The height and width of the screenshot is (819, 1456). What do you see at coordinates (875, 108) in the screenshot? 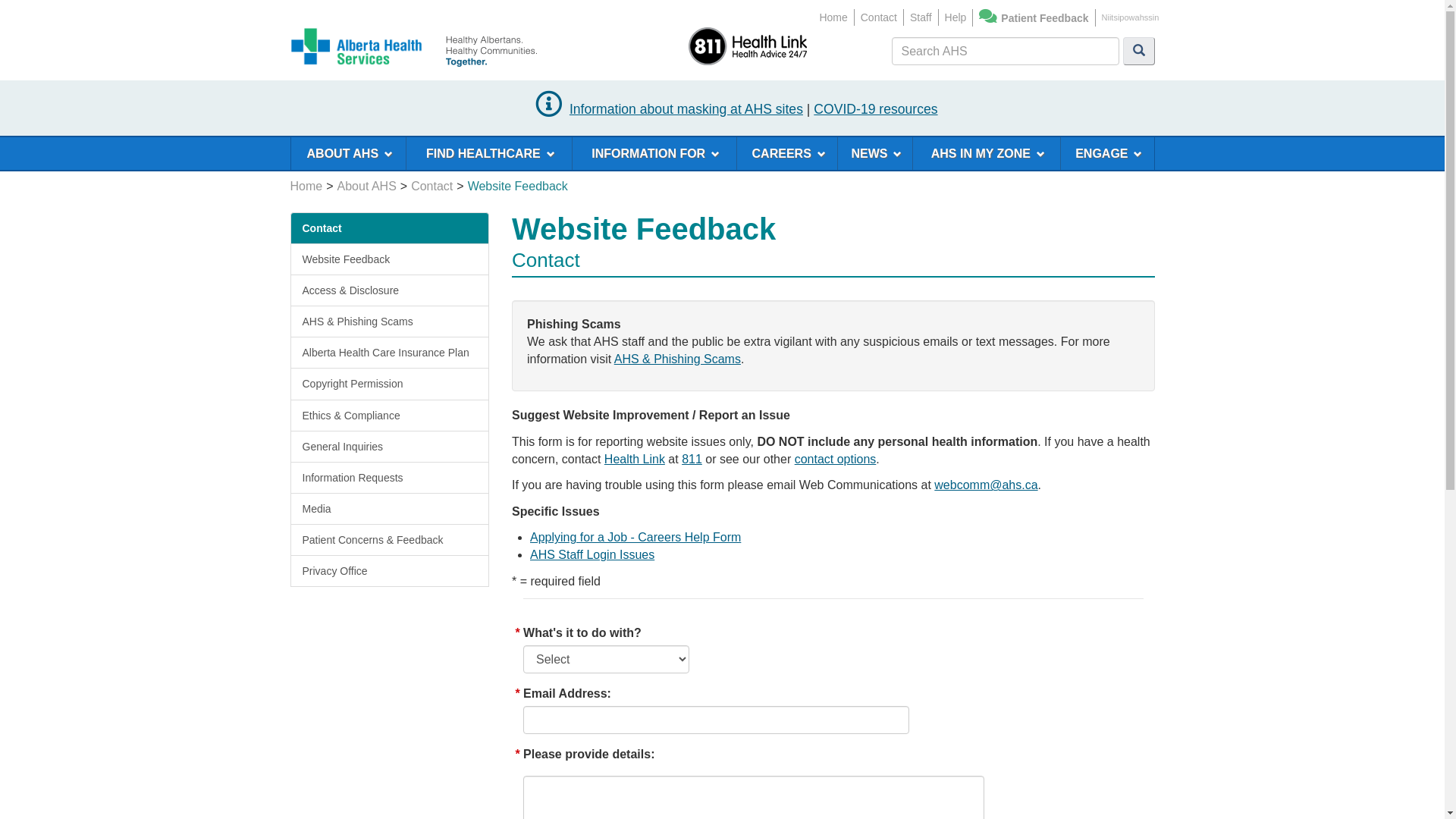
I see `'COVID-19 resources'` at bounding box center [875, 108].